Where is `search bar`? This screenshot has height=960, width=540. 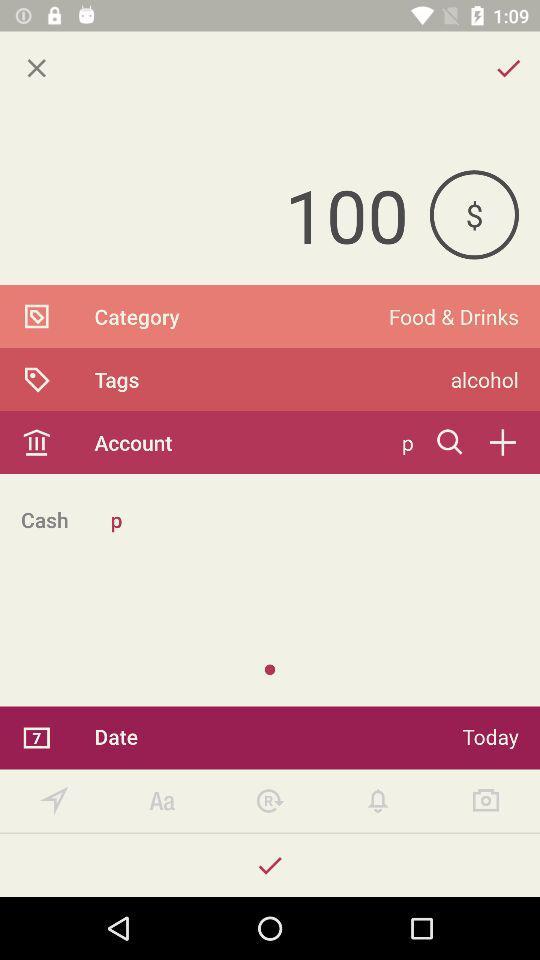 search bar is located at coordinates (450, 442).